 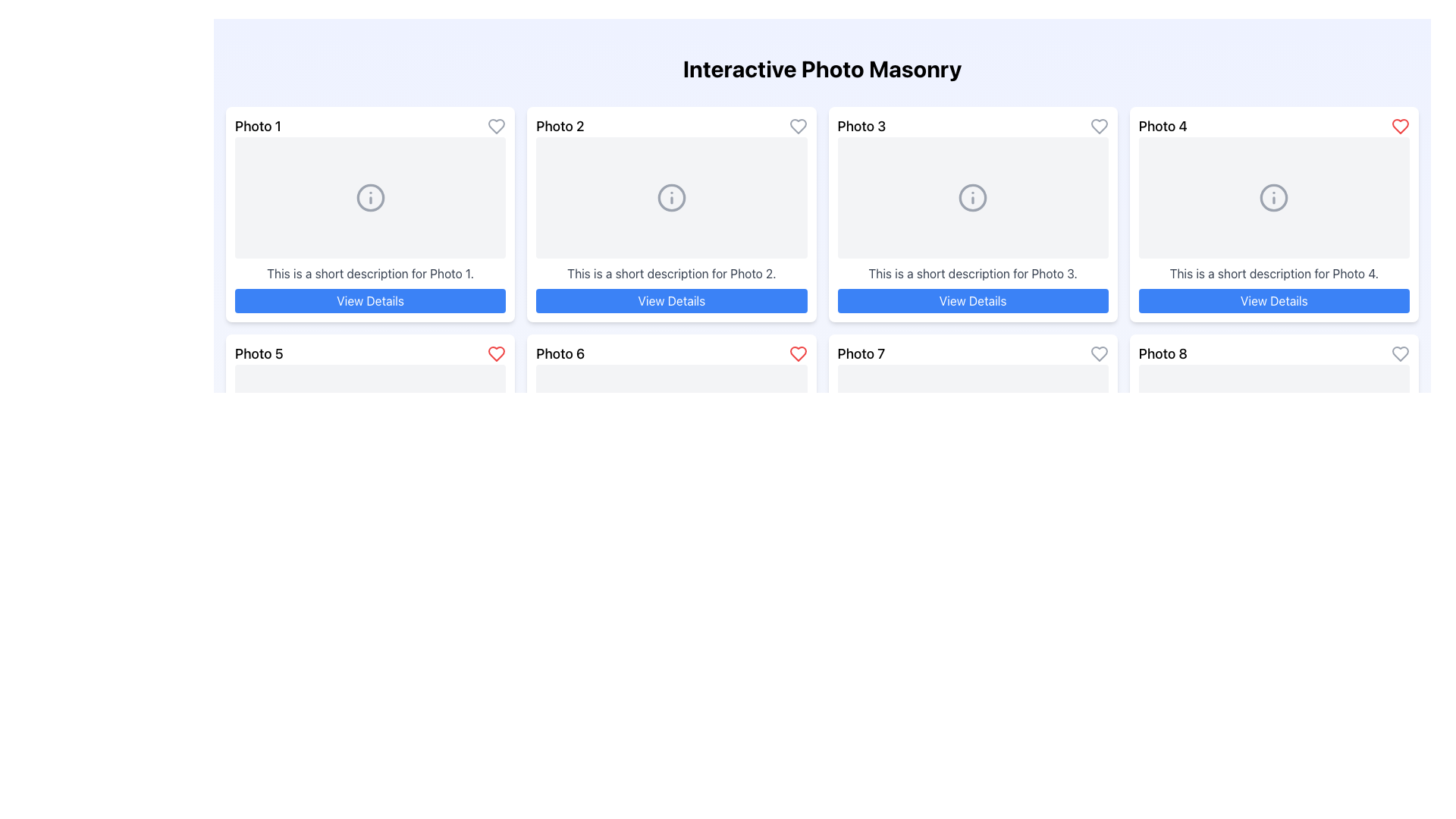 I want to click on the text label that reads 'This is a short description for Photo 1.' which is styled in light gray and located centrally beneath the image area of Photo 1, so click(x=370, y=274).